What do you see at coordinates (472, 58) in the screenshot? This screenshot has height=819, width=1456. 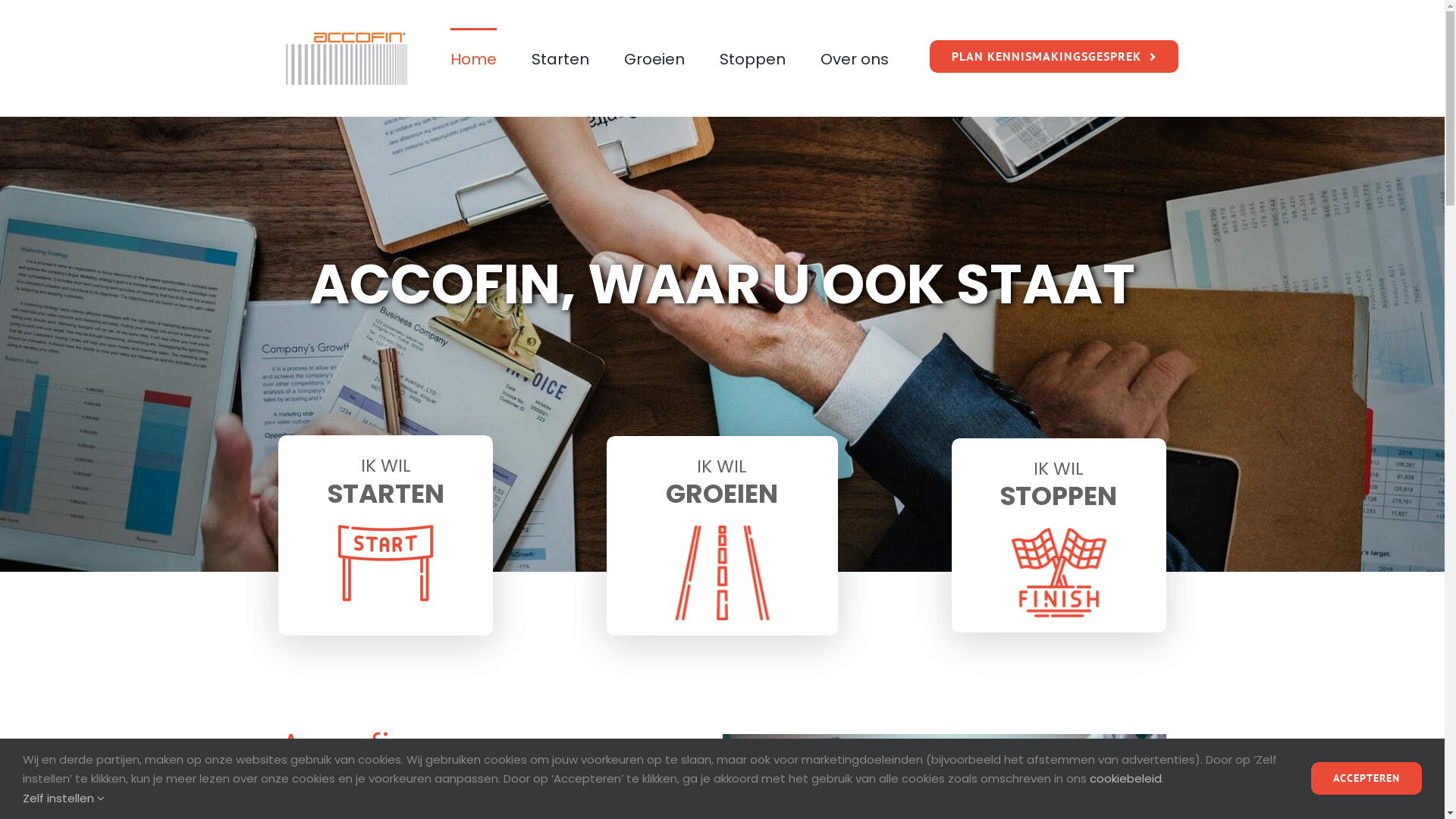 I see `'Home'` at bounding box center [472, 58].